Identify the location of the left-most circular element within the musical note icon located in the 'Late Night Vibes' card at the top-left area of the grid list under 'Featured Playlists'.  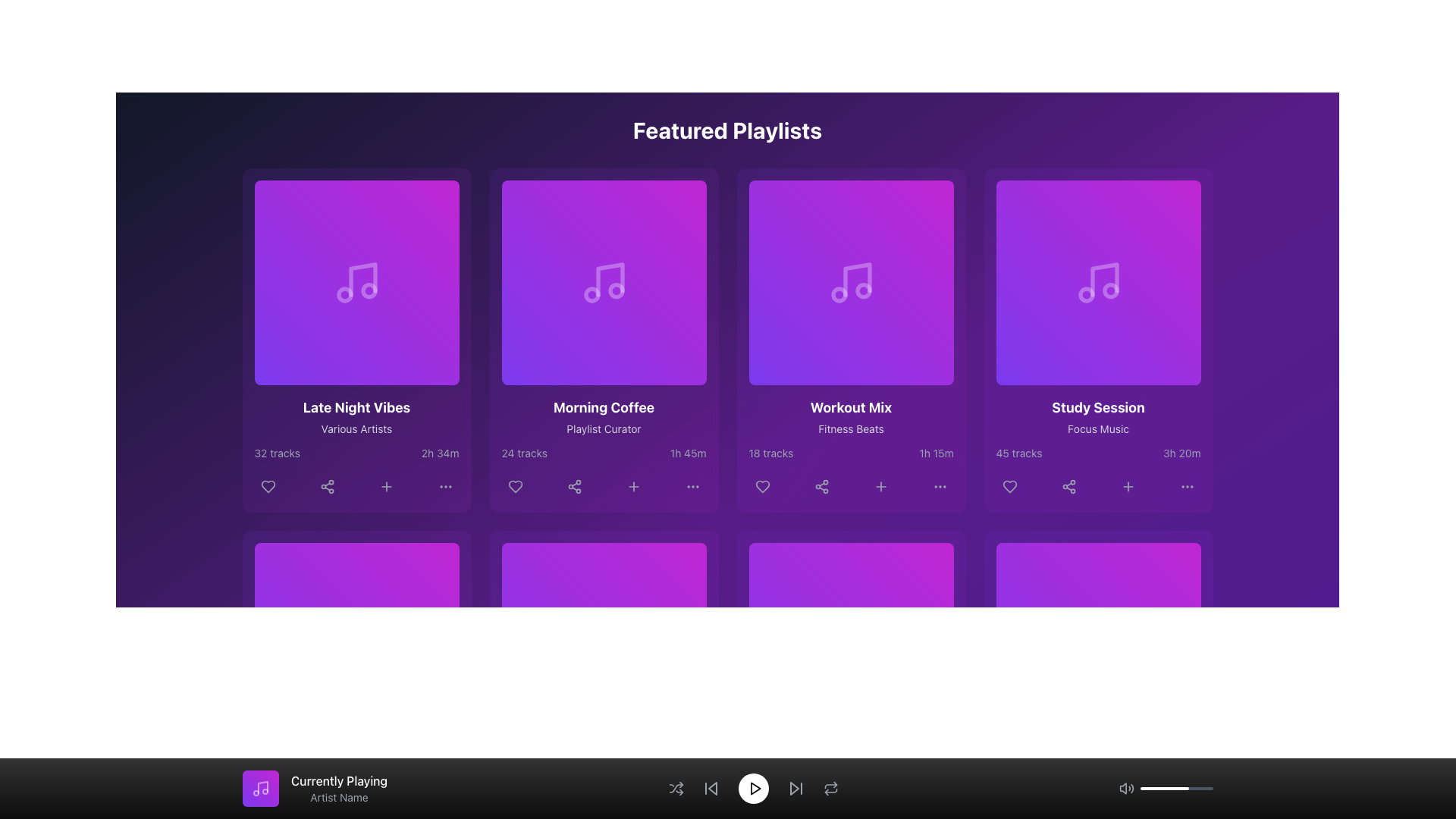
(344, 295).